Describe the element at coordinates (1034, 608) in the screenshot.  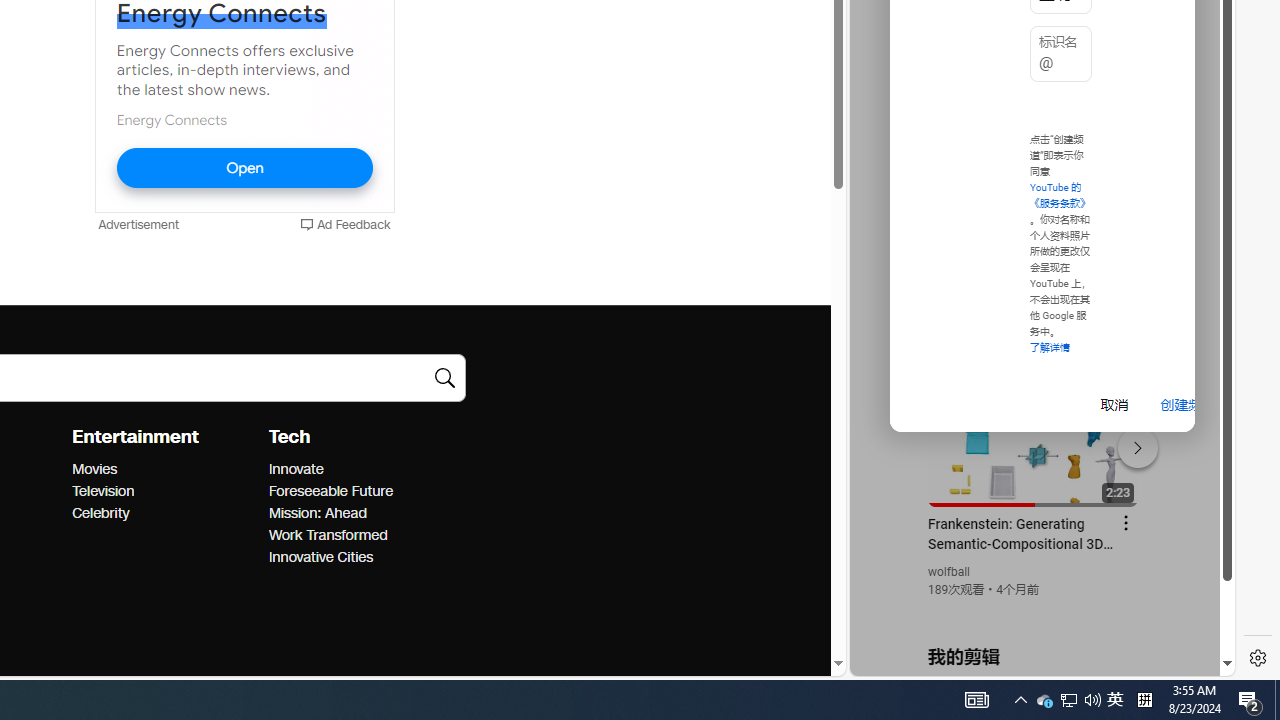
I see `'you'` at that location.